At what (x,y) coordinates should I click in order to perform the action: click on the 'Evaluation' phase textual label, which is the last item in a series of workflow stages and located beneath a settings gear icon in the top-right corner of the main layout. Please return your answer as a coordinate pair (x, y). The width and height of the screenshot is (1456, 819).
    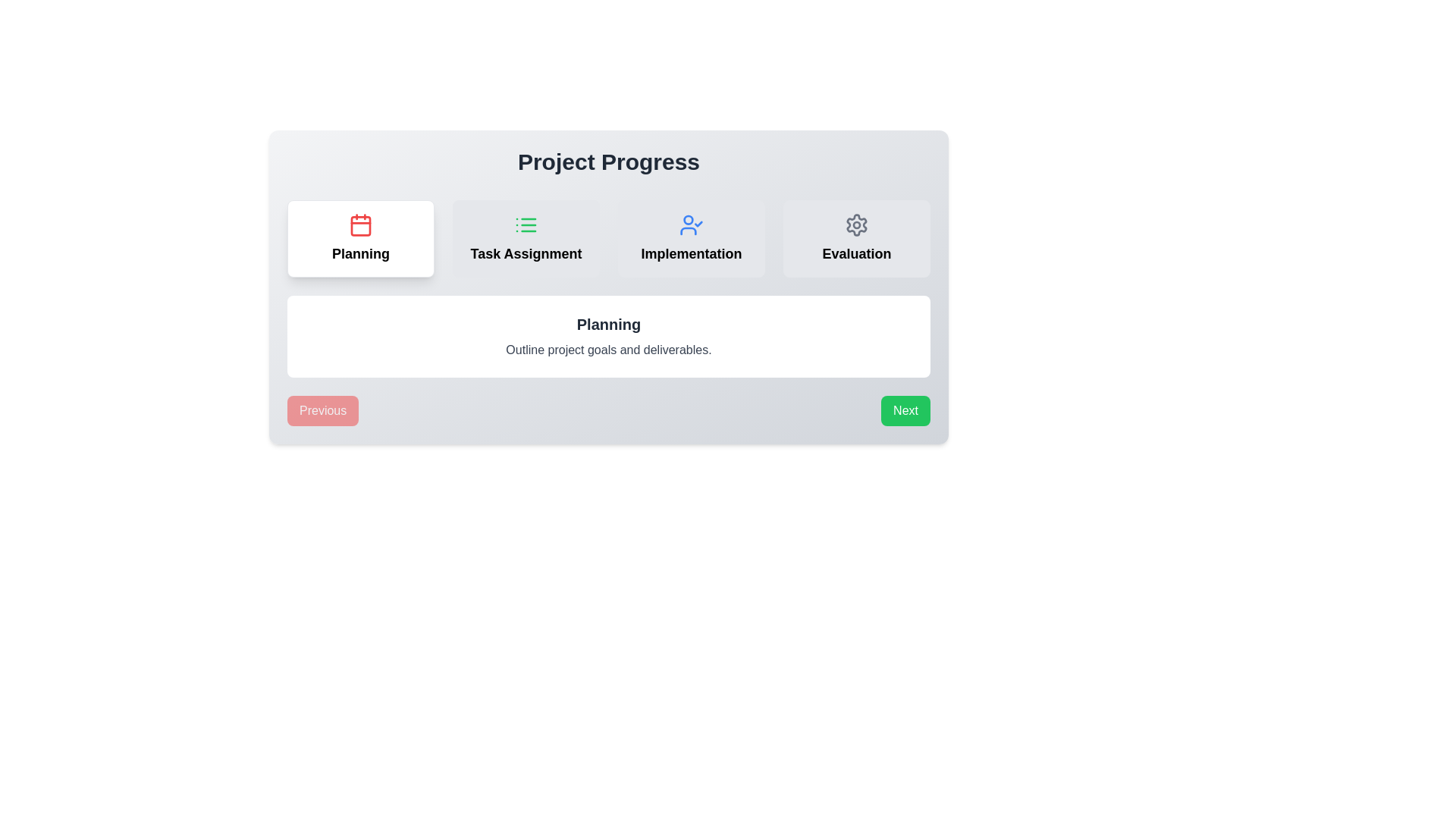
    Looking at the image, I should click on (856, 253).